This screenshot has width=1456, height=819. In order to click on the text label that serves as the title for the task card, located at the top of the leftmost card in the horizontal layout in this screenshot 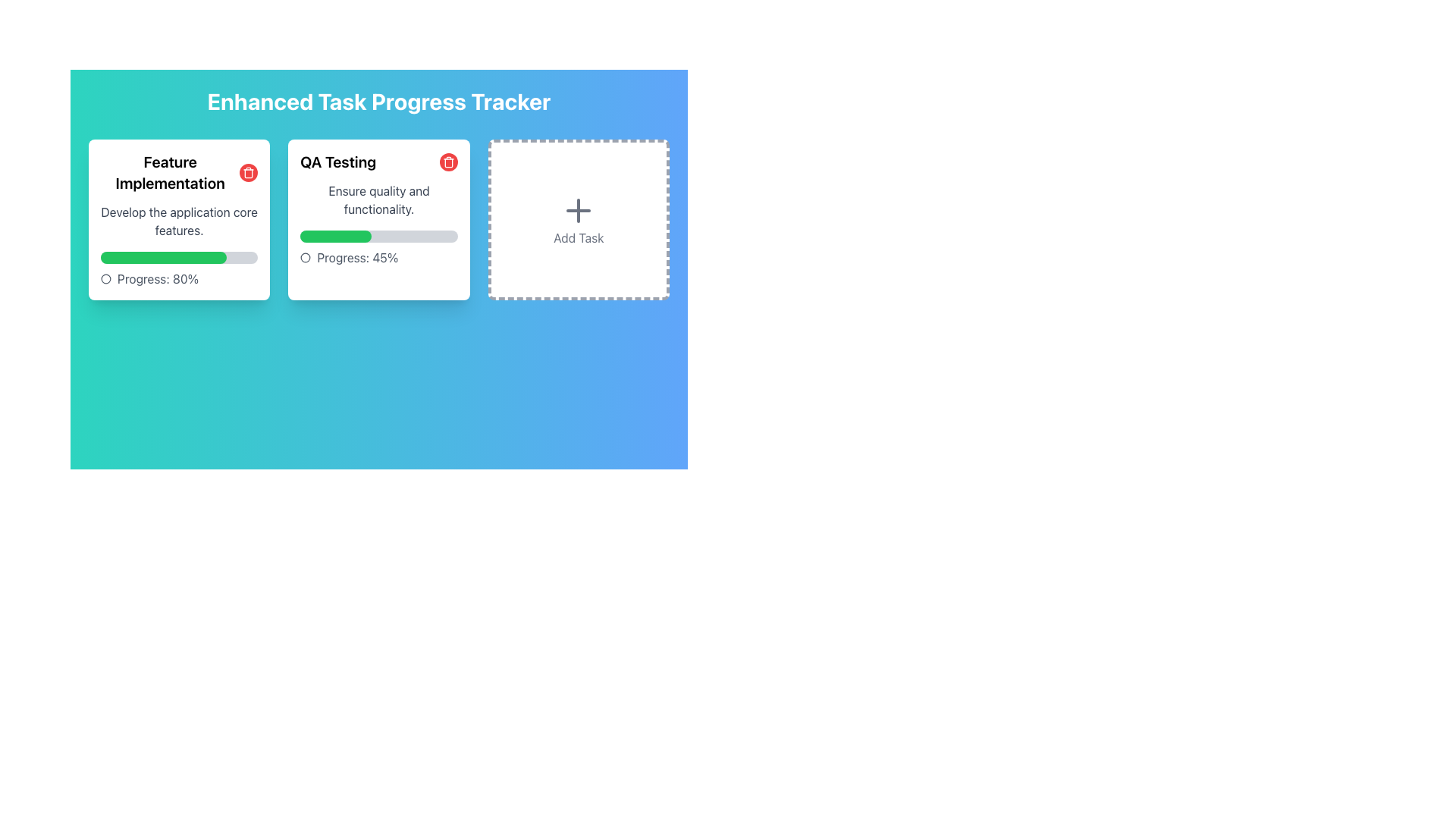, I will do `click(170, 171)`.